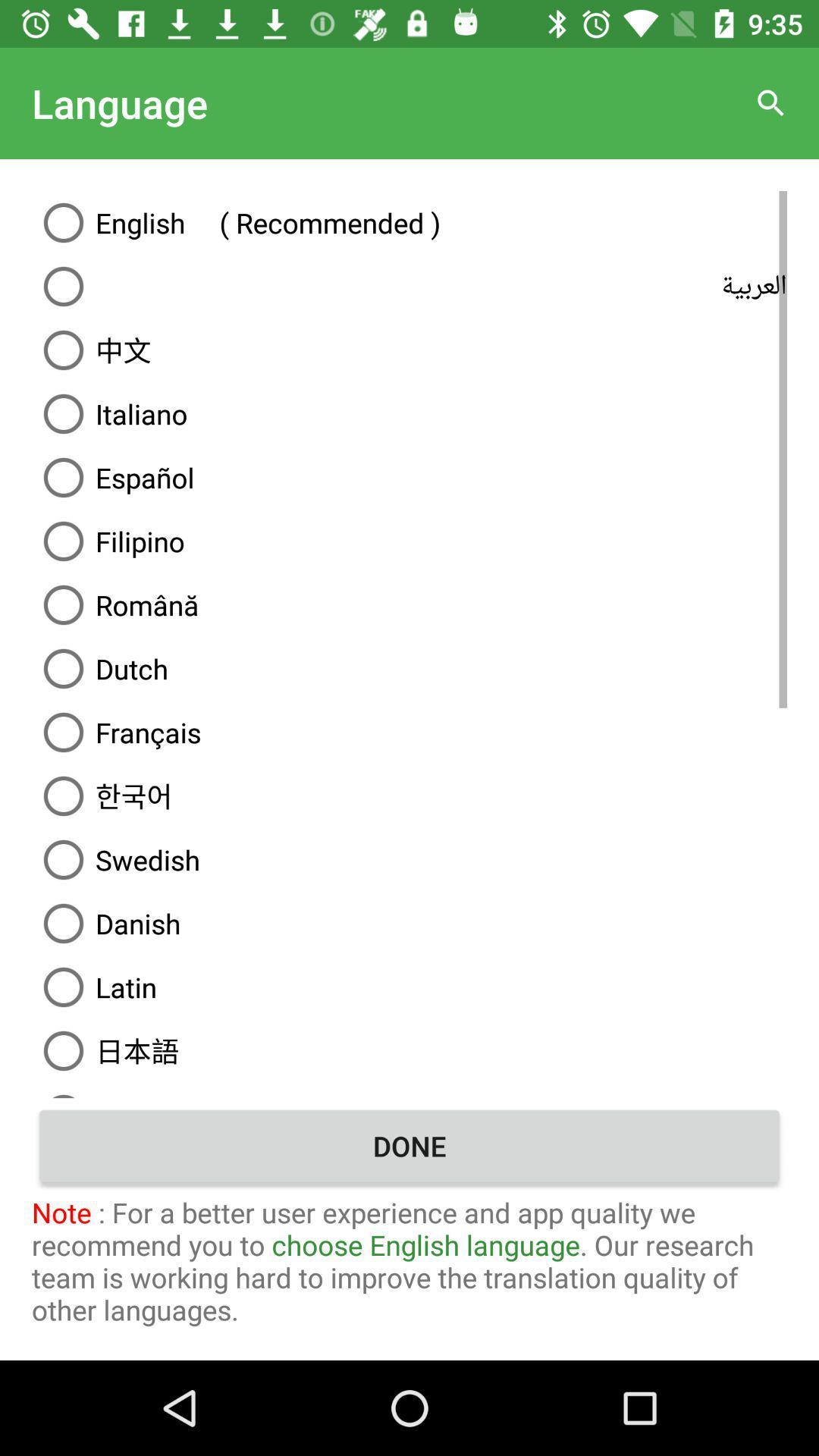  Describe the element at coordinates (409, 541) in the screenshot. I see `the filipino icon` at that location.